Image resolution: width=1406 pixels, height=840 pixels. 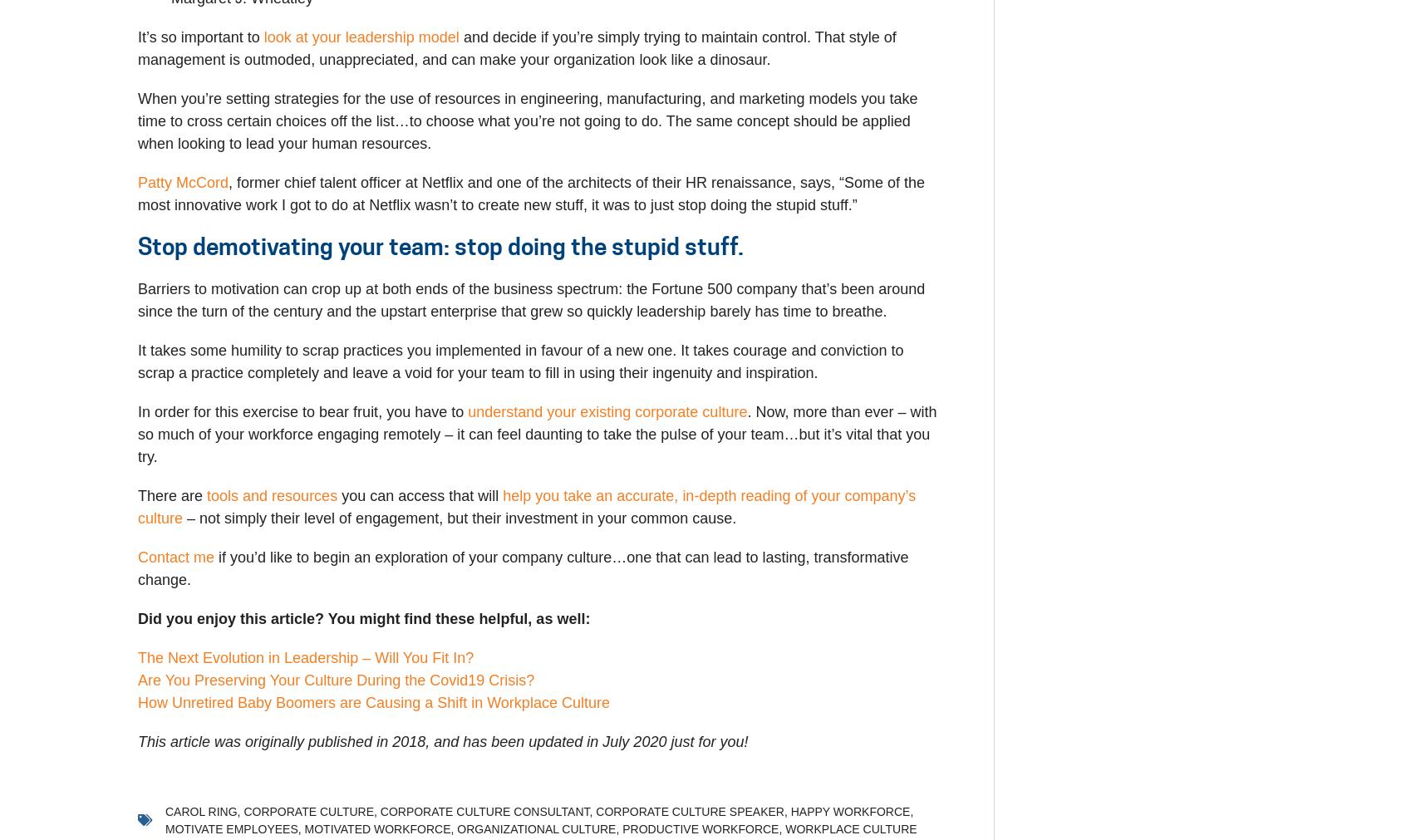 What do you see at coordinates (848, 811) in the screenshot?
I see `'Happy Workforce'` at bounding box center [848, 811].